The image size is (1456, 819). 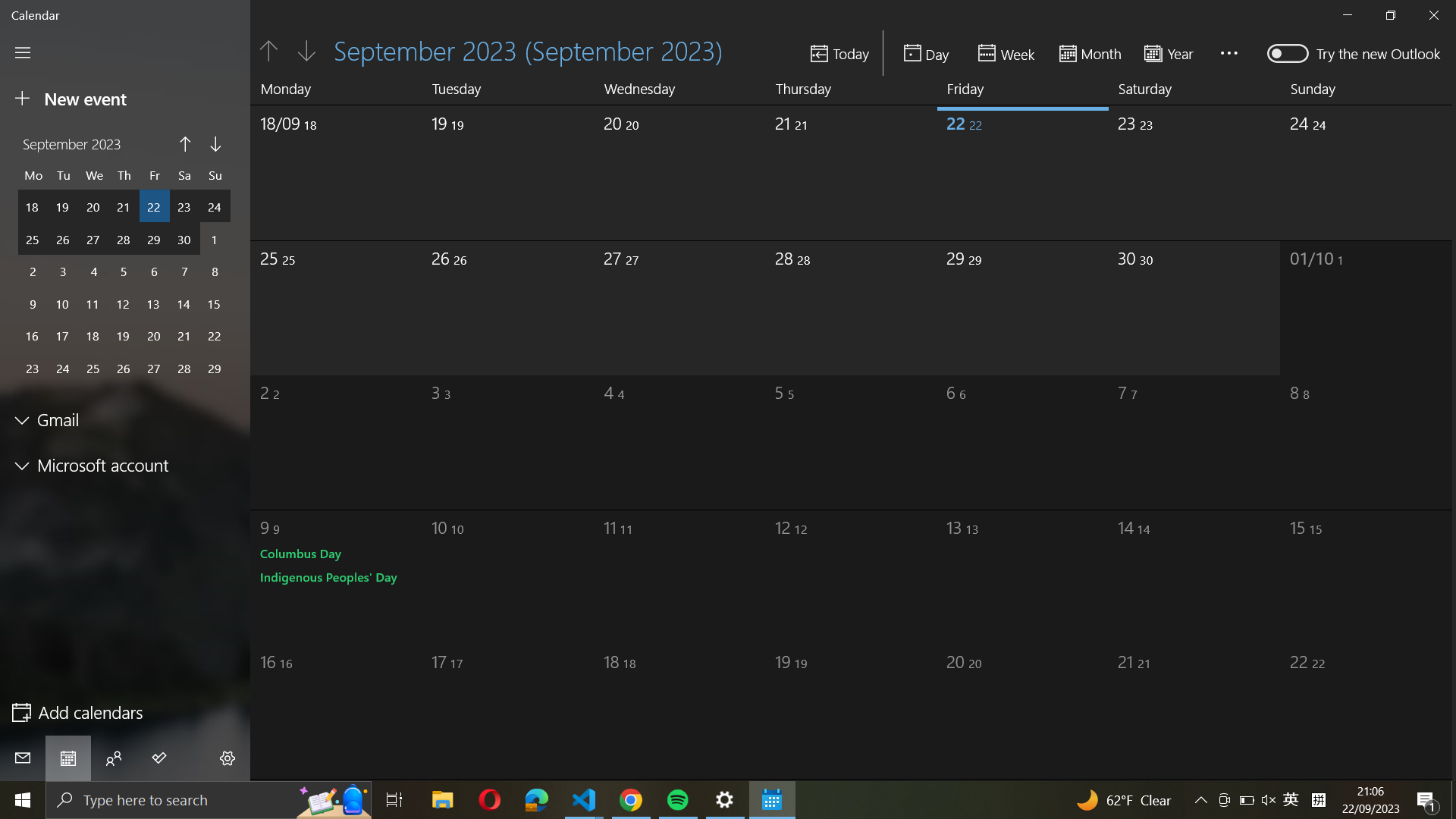 What do you see at coordinates (1090, 52) in the screenshot?
I see `Switch the calendar display to show all days in a month` at bounding box center [1090, 52].